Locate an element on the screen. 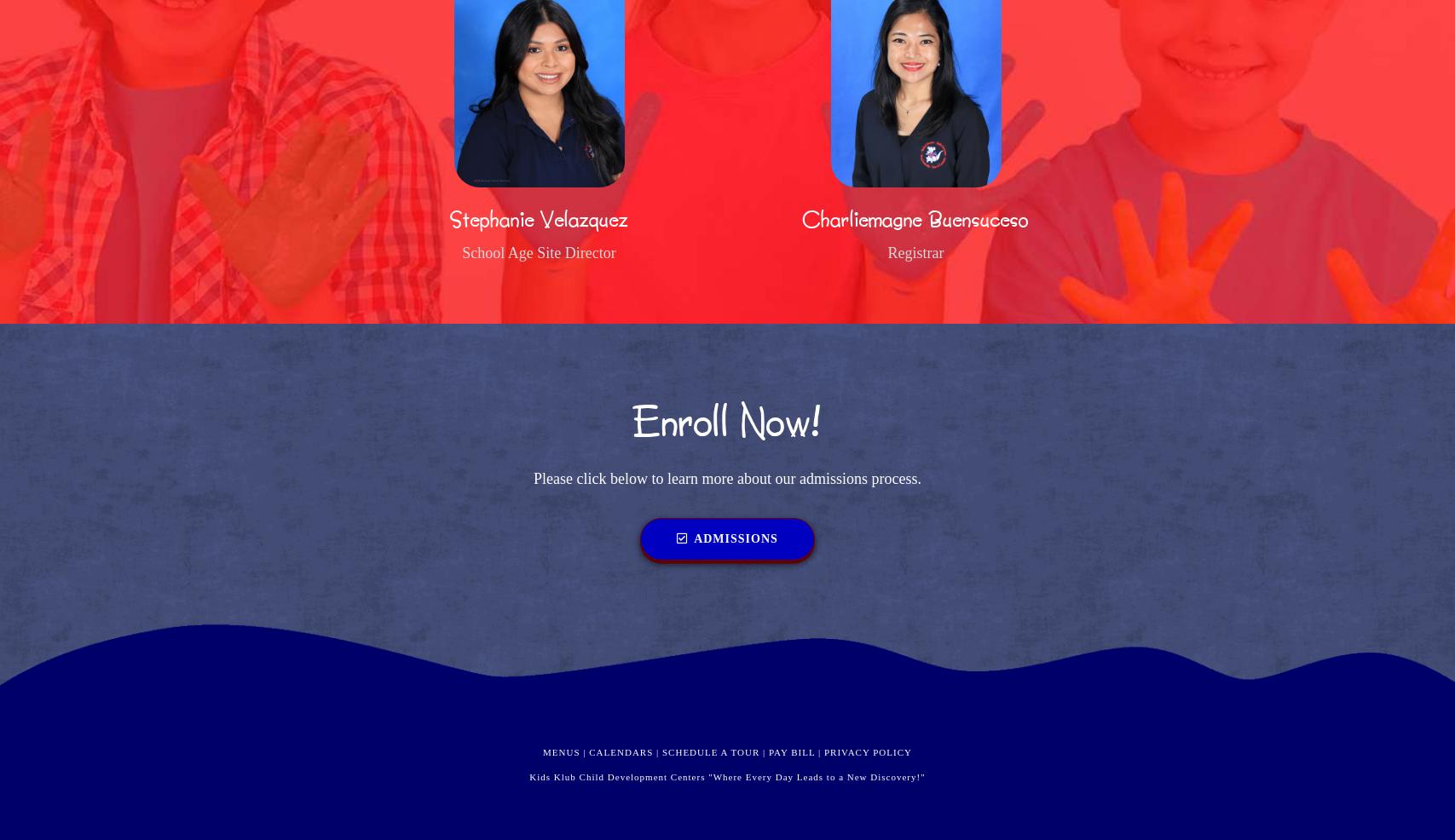  'PAY BILL' is located at coordinates (790, 750).